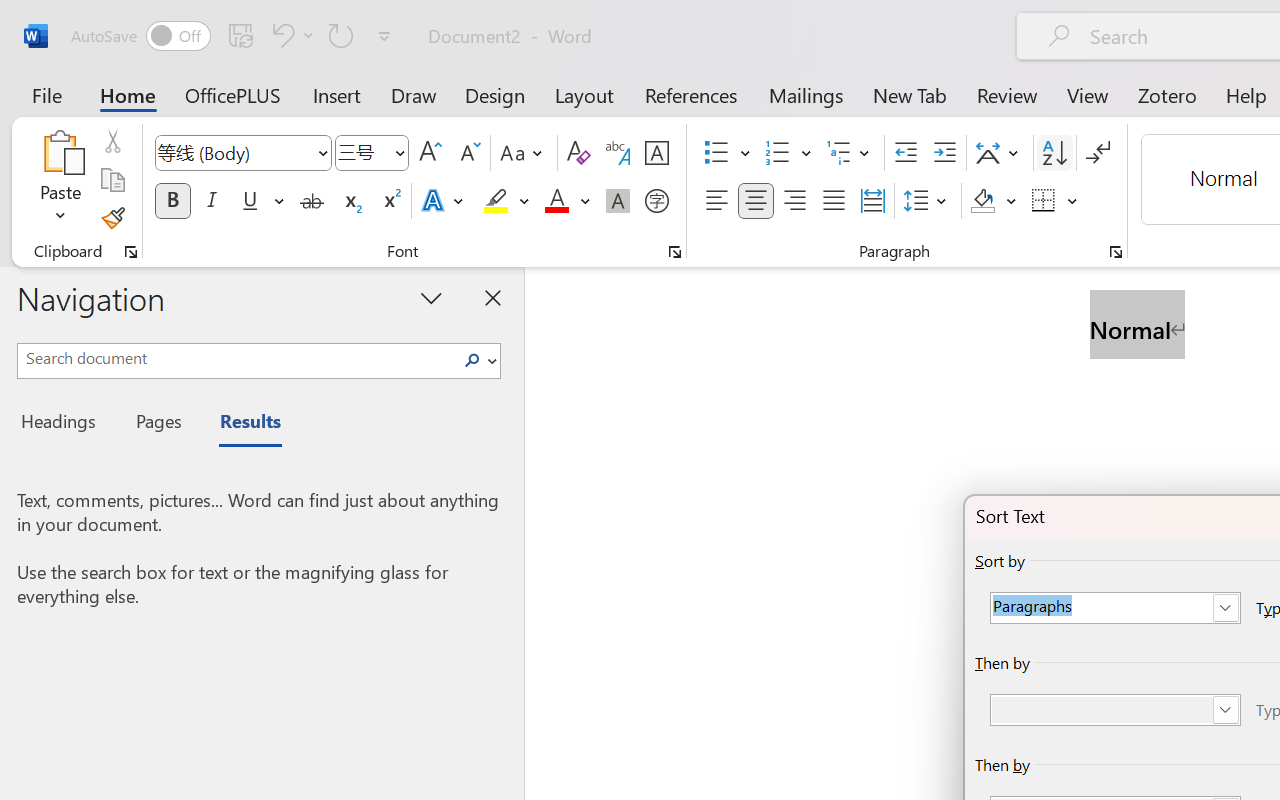 The width and height of the screenshot is (1280, 800). I want to click on 'Save', so click(240, 34).